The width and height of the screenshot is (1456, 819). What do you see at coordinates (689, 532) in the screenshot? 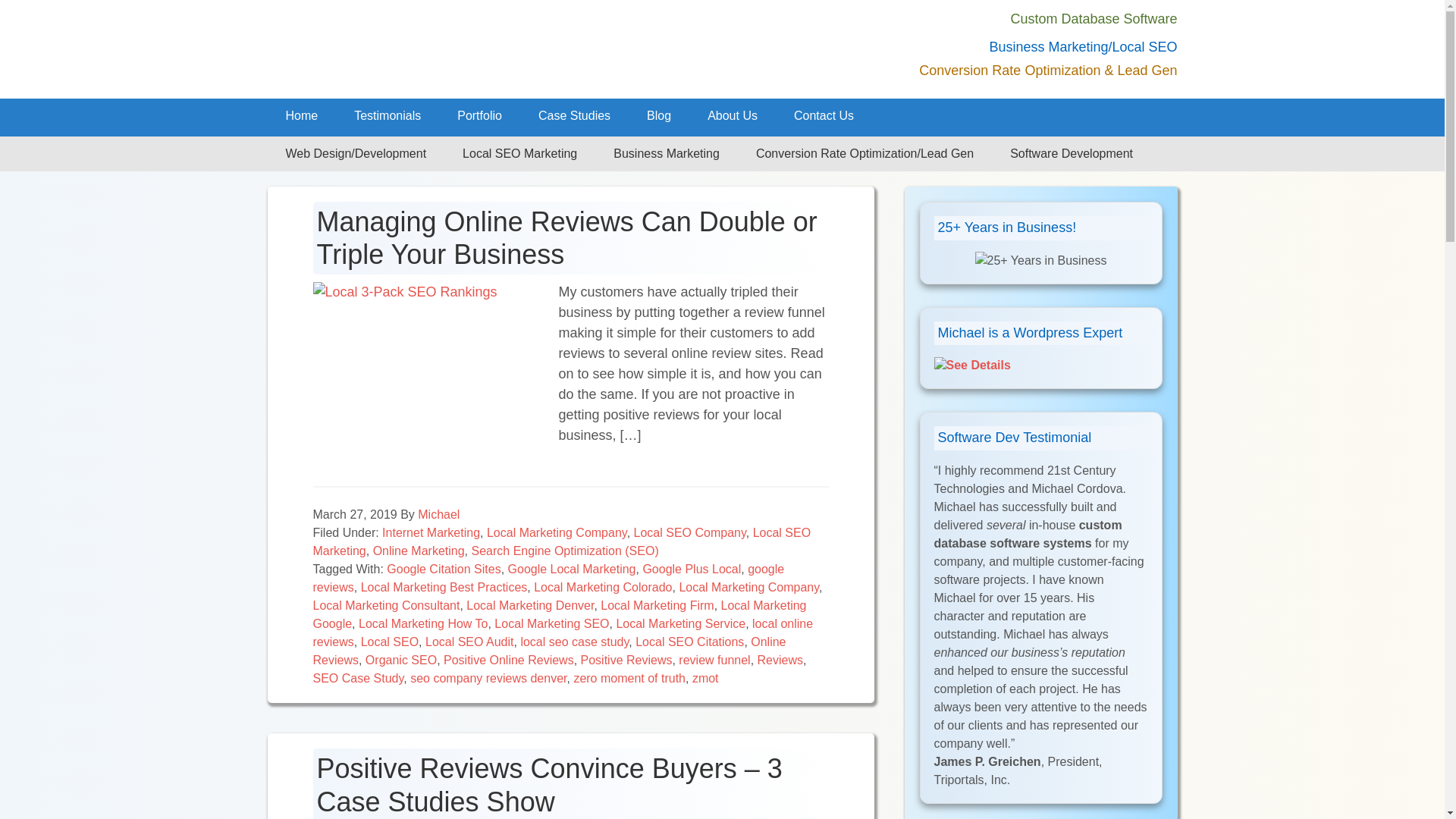
I see `'Local SEO Company'` at bounding box center [689, 532].